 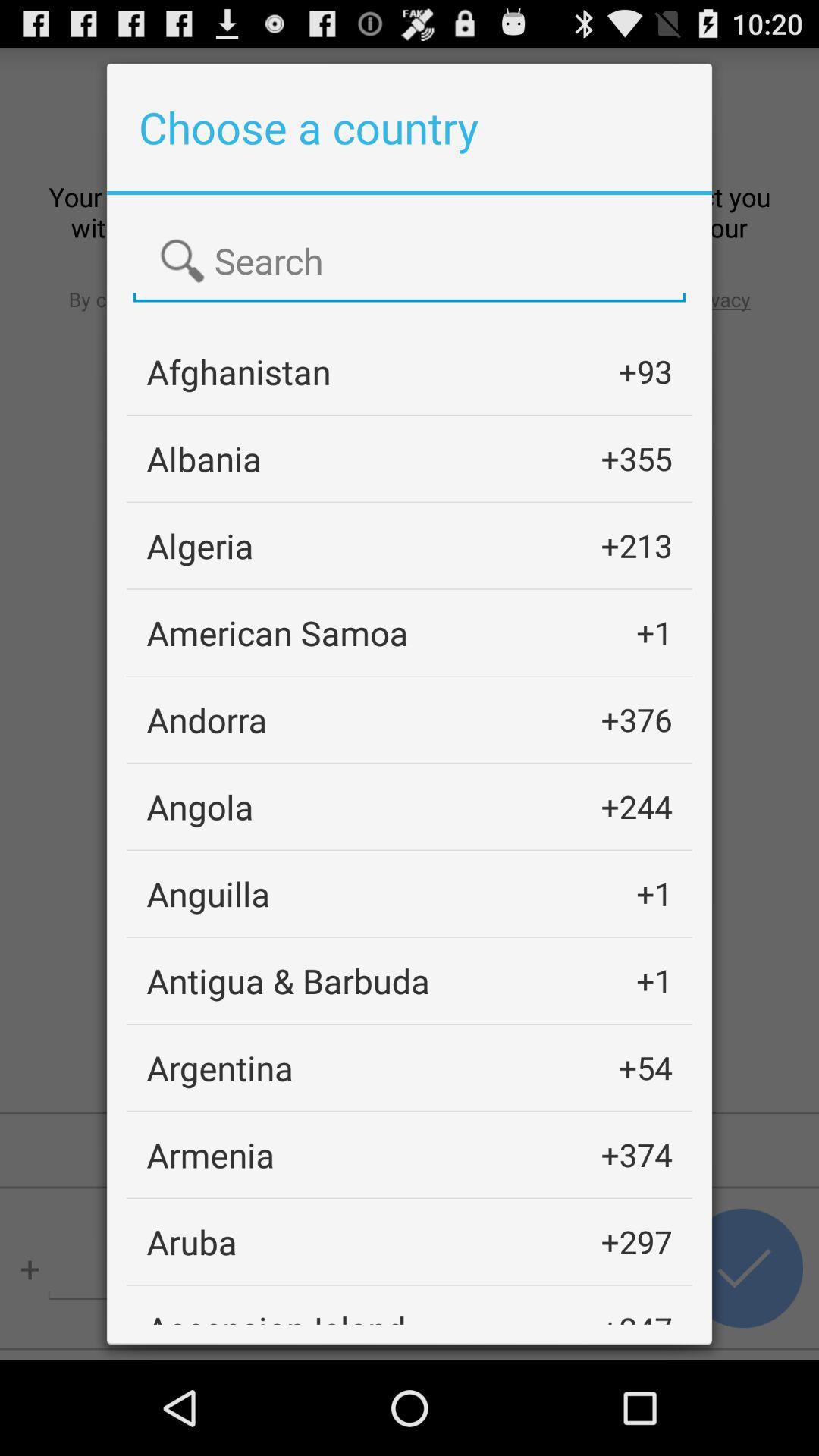 I want to click on app to the left of +1 app, so click(x=208, y=893).